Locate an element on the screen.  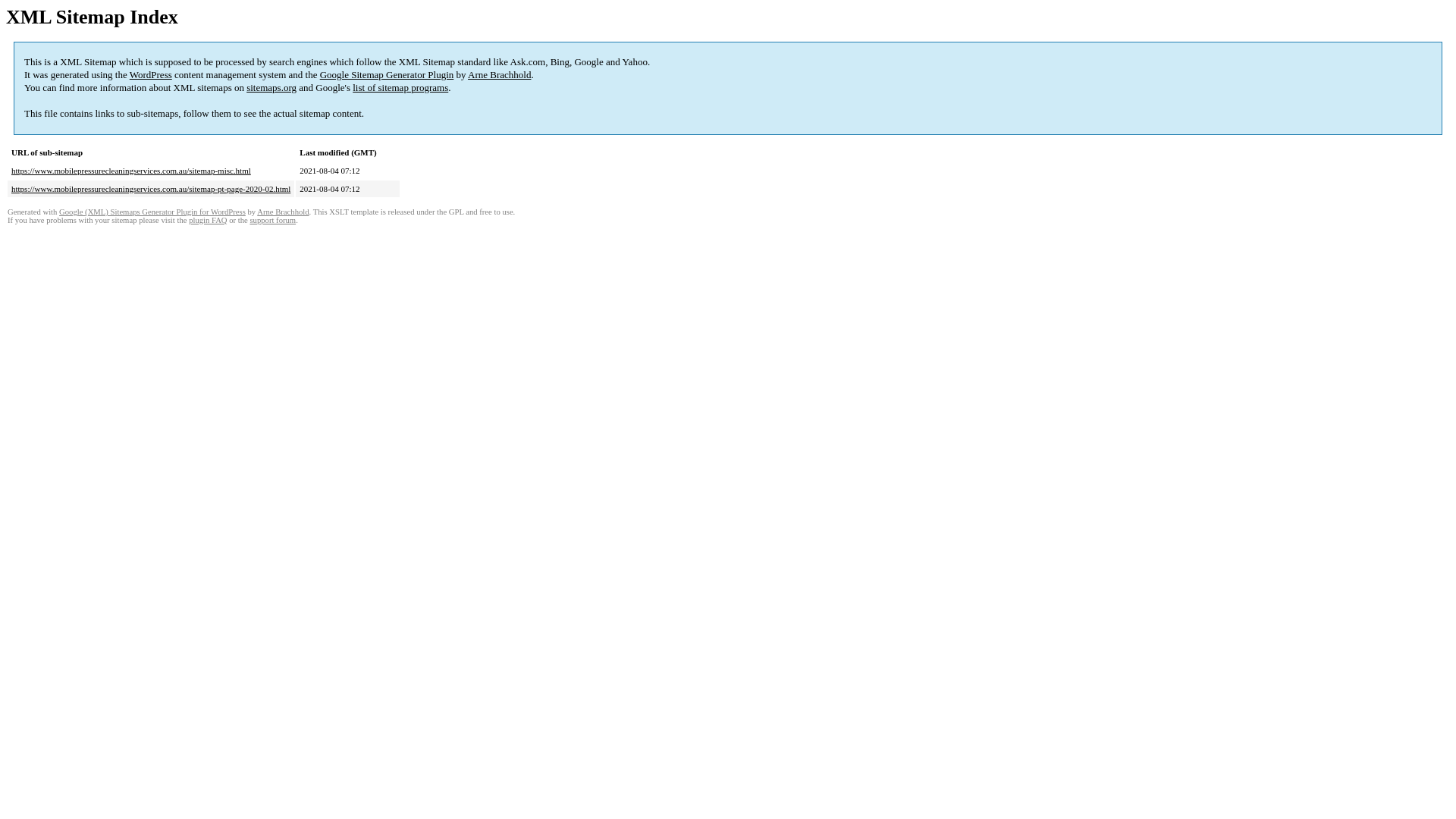
'WordPress' is located at coordinates (130, 74).